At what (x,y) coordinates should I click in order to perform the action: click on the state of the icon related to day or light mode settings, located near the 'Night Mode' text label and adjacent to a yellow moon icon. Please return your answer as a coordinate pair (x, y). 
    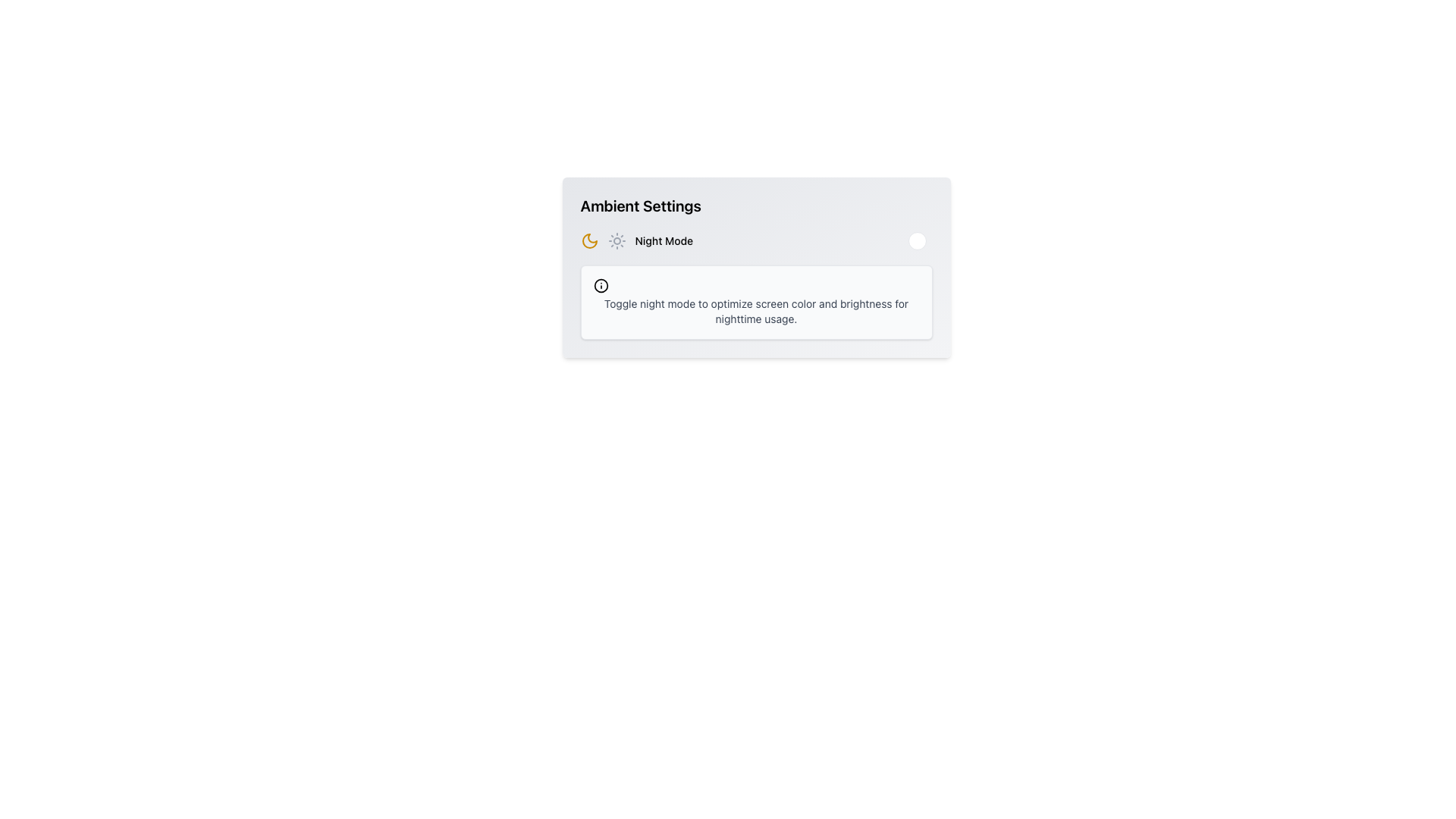
    Looking at the image, I should click on (617, 240).